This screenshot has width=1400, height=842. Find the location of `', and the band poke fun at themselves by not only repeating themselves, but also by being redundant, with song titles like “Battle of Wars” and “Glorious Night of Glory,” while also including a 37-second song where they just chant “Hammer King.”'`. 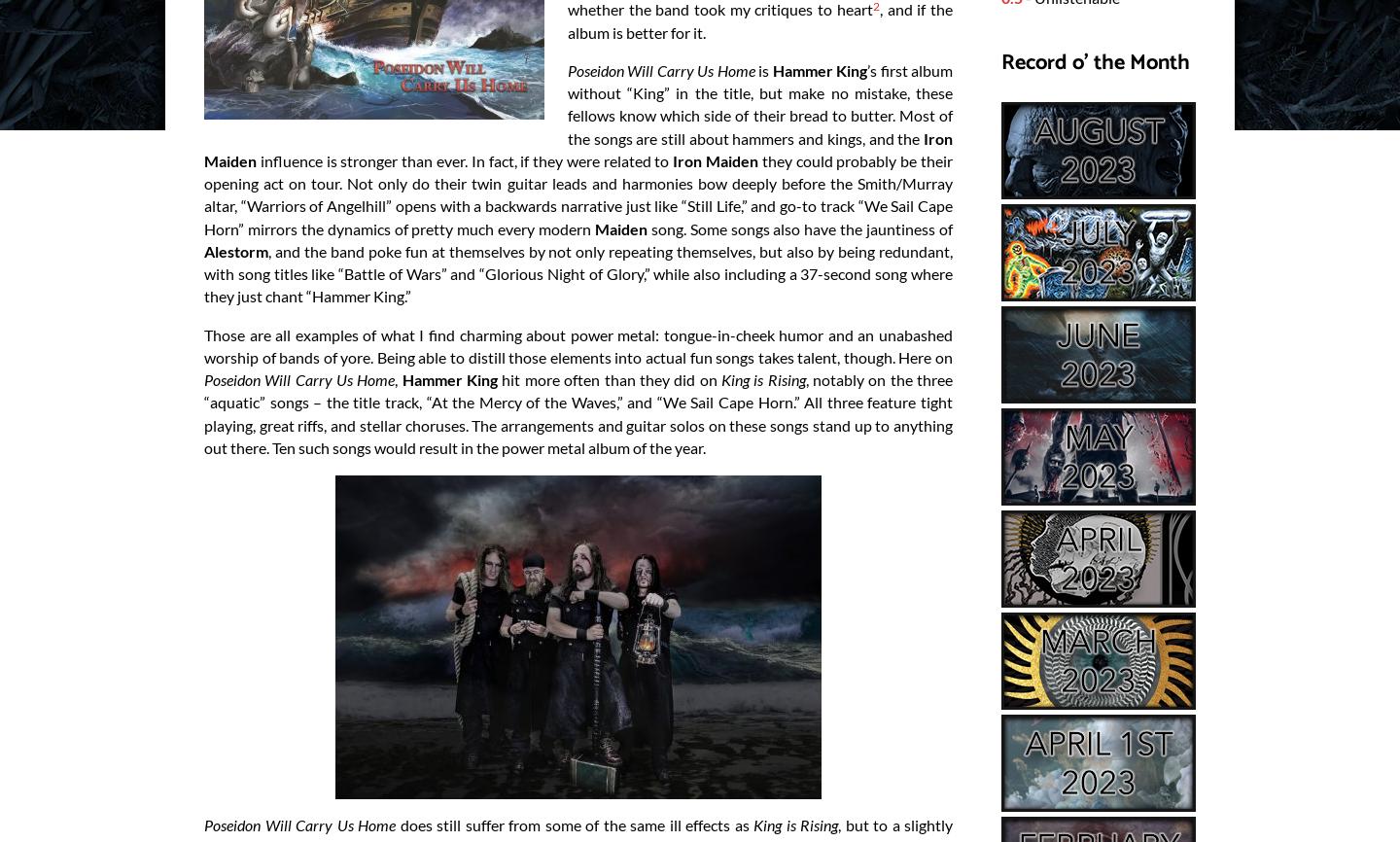

', and the band poke fun at themselves by not only repeating themselves, but also by being redundant, with song titles like “Battle of Wars” and “Glorious Night of Glory,” while also including a 37-second song where they just chant “Hammer King.”' is located at coordinates (578, 272).